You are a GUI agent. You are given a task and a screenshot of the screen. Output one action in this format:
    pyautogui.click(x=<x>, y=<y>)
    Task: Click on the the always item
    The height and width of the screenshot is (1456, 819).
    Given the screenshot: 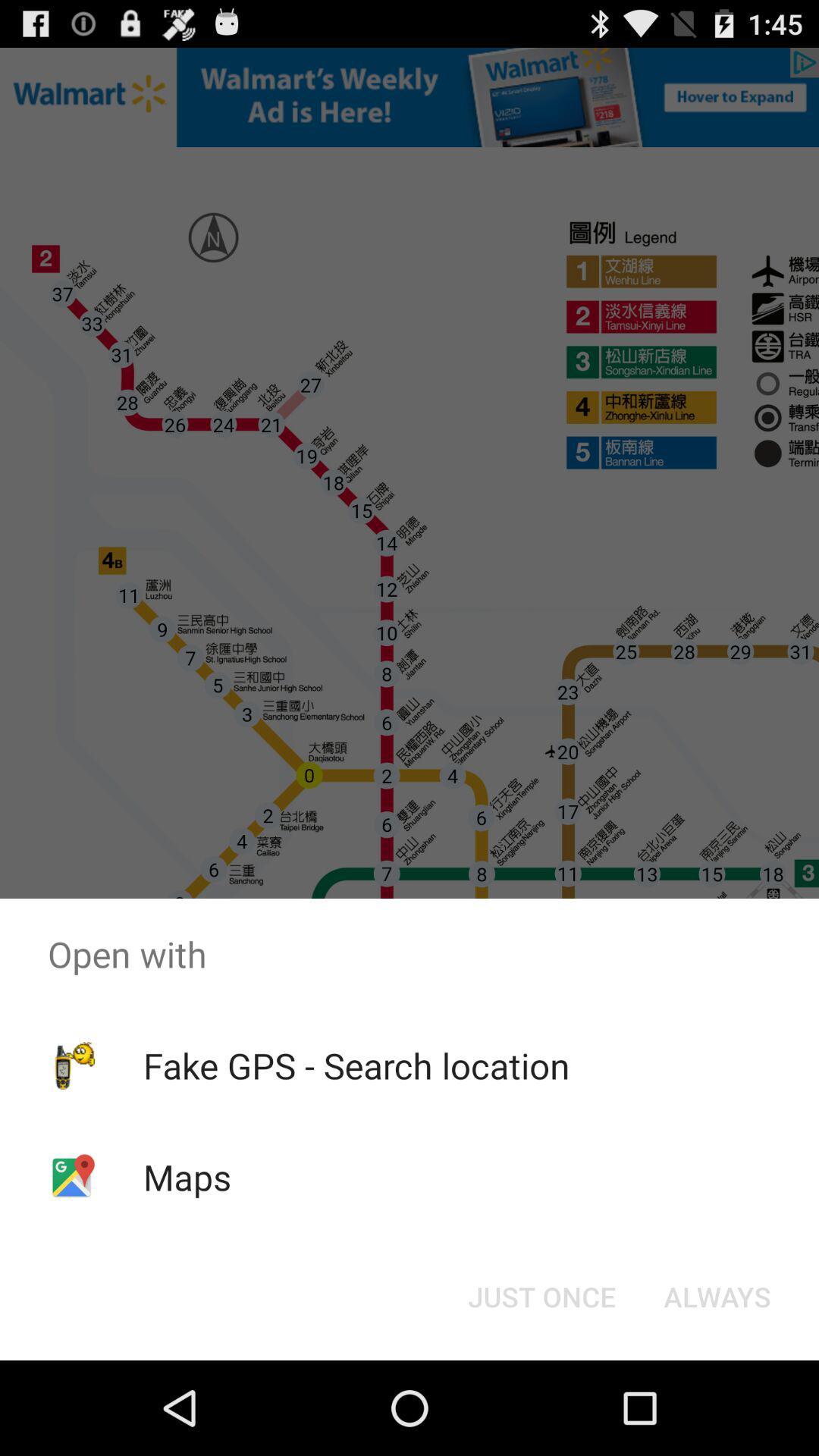 What is the action you would take?
    pyautogui.click(x=717, y=1295)
    